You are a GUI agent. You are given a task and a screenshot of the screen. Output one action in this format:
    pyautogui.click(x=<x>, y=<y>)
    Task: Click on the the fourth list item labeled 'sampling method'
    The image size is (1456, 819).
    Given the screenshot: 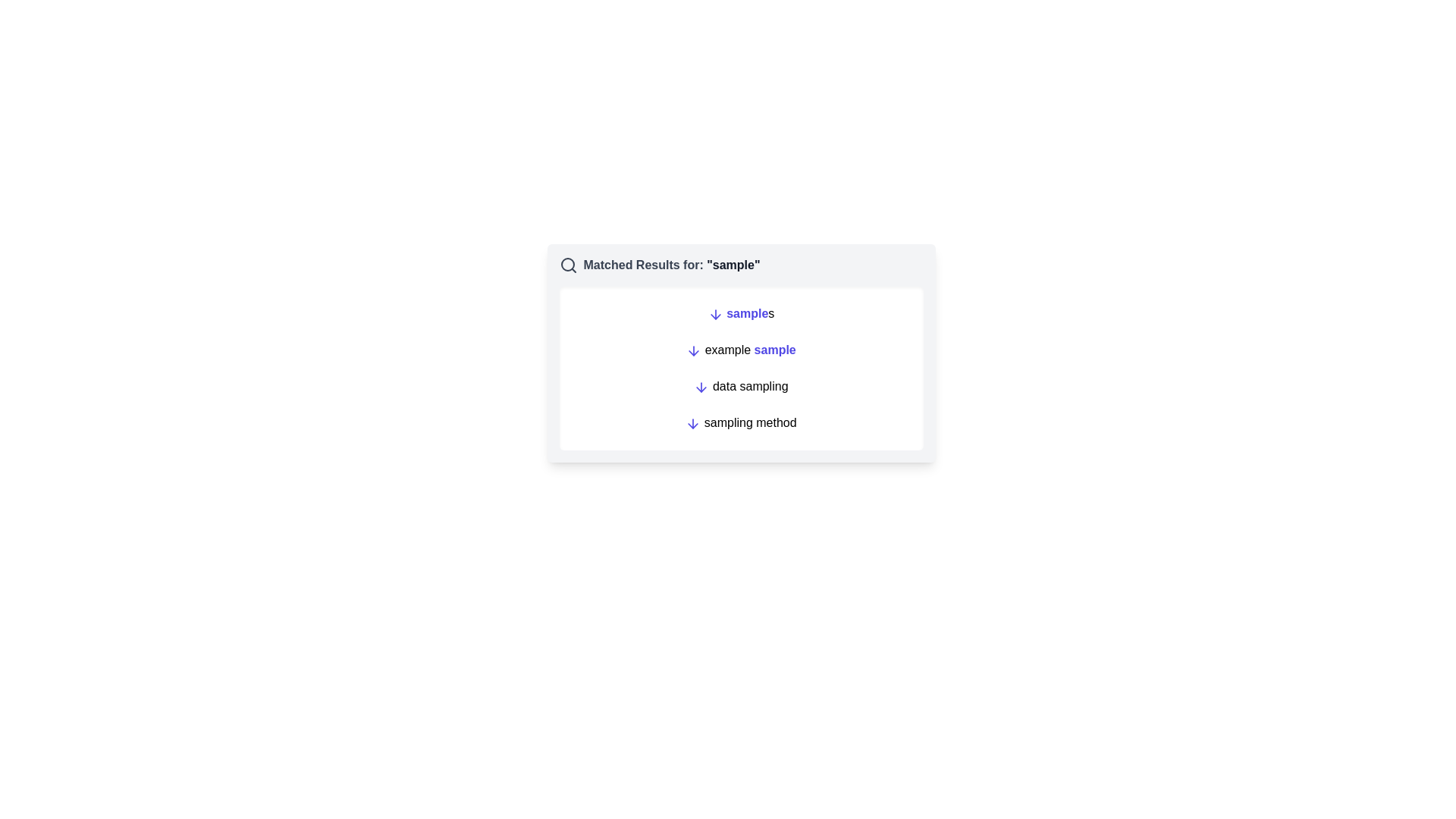 What is the action you would take?
    pyautogui.click(x=741, y=423)
    